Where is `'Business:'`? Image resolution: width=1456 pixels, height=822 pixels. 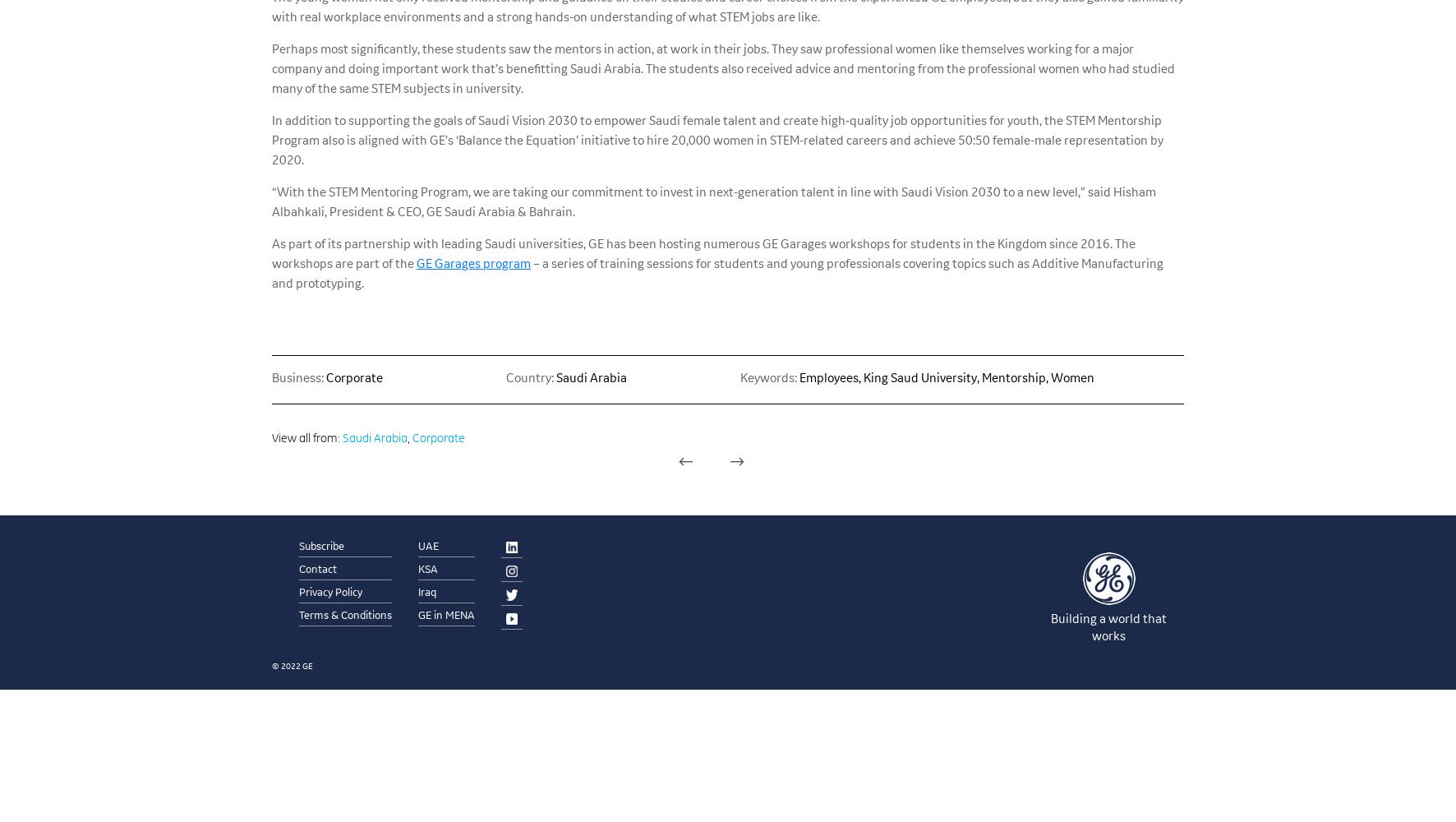
'Business:' is located at coordinates (271, 376).